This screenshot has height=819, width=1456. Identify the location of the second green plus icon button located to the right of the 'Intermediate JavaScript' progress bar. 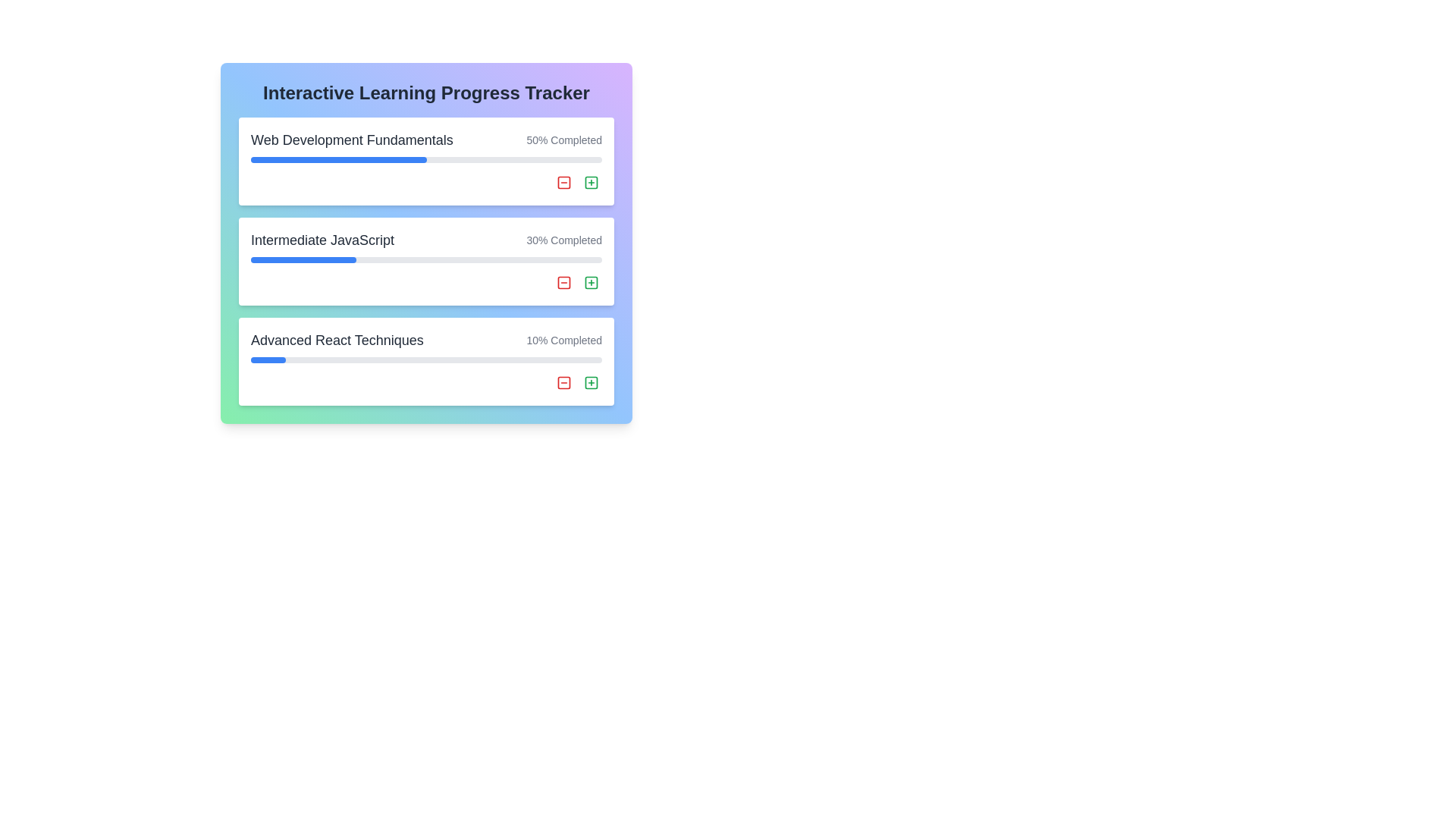
(590, 181).